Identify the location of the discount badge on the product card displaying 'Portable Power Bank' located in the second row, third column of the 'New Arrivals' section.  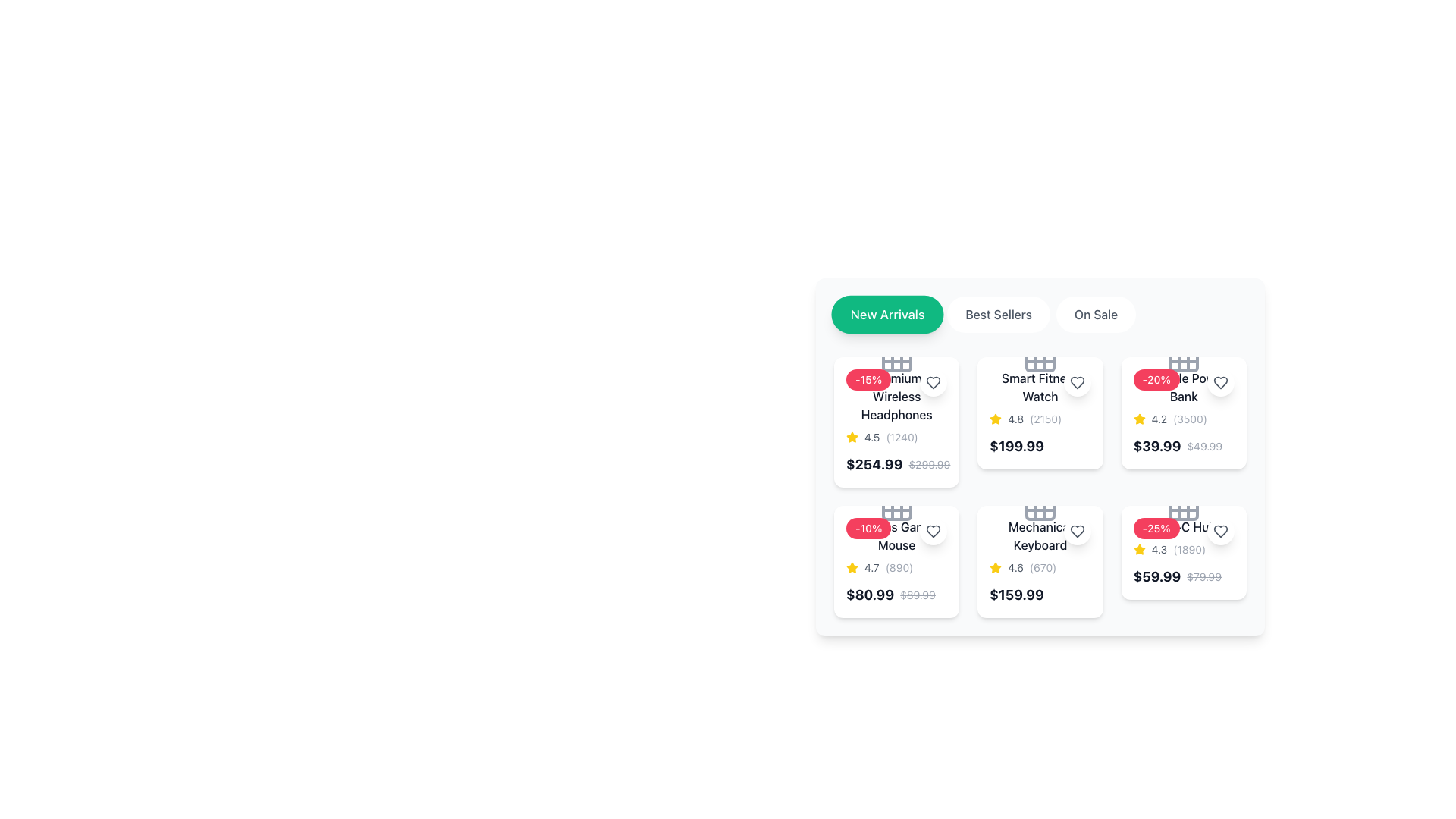
(1183, 413).